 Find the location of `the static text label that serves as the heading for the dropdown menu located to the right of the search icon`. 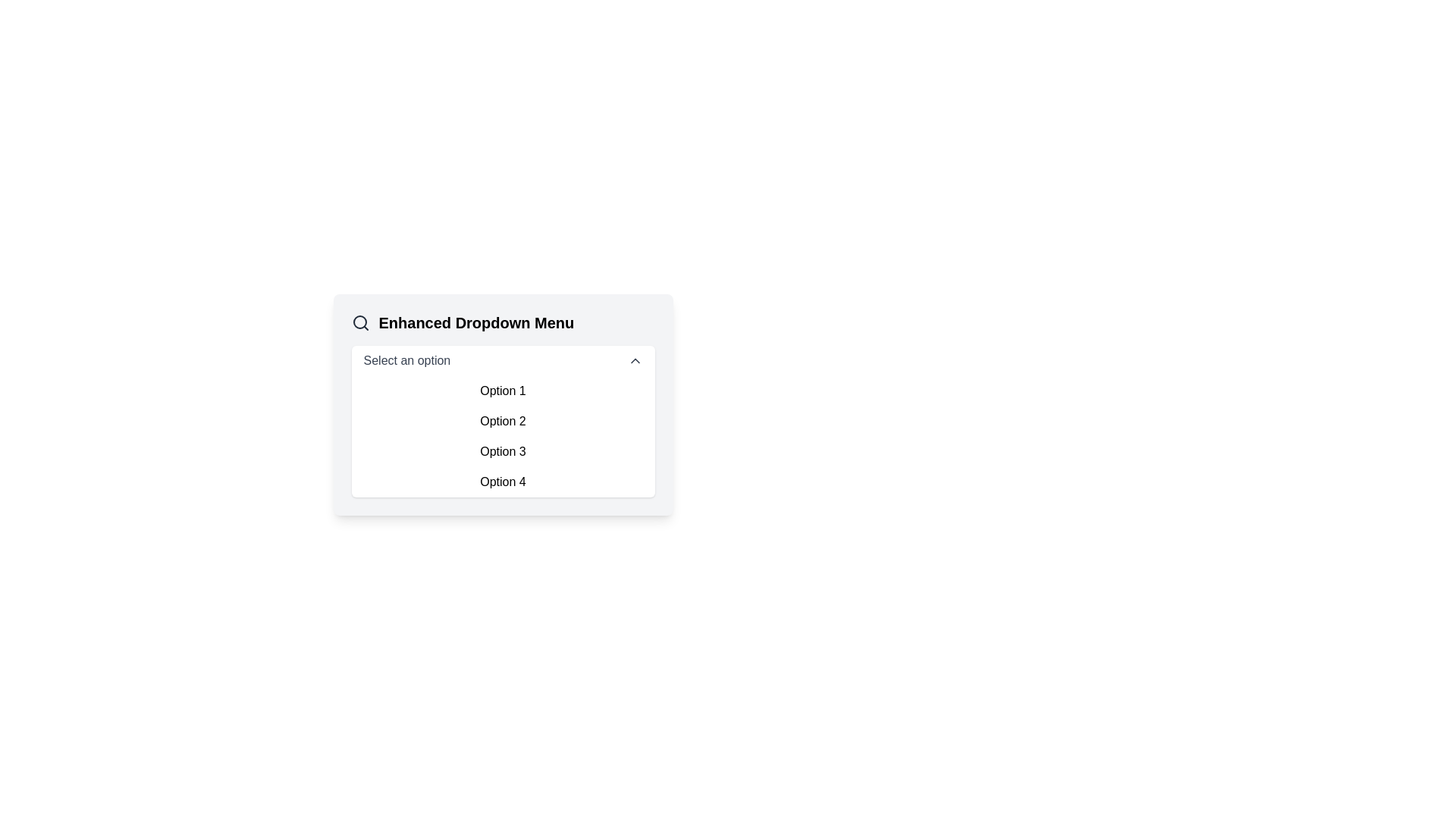

the static text label that serves as the heading for the dropdown menu located to the right of the search icon is located at coordinates (475, 322).